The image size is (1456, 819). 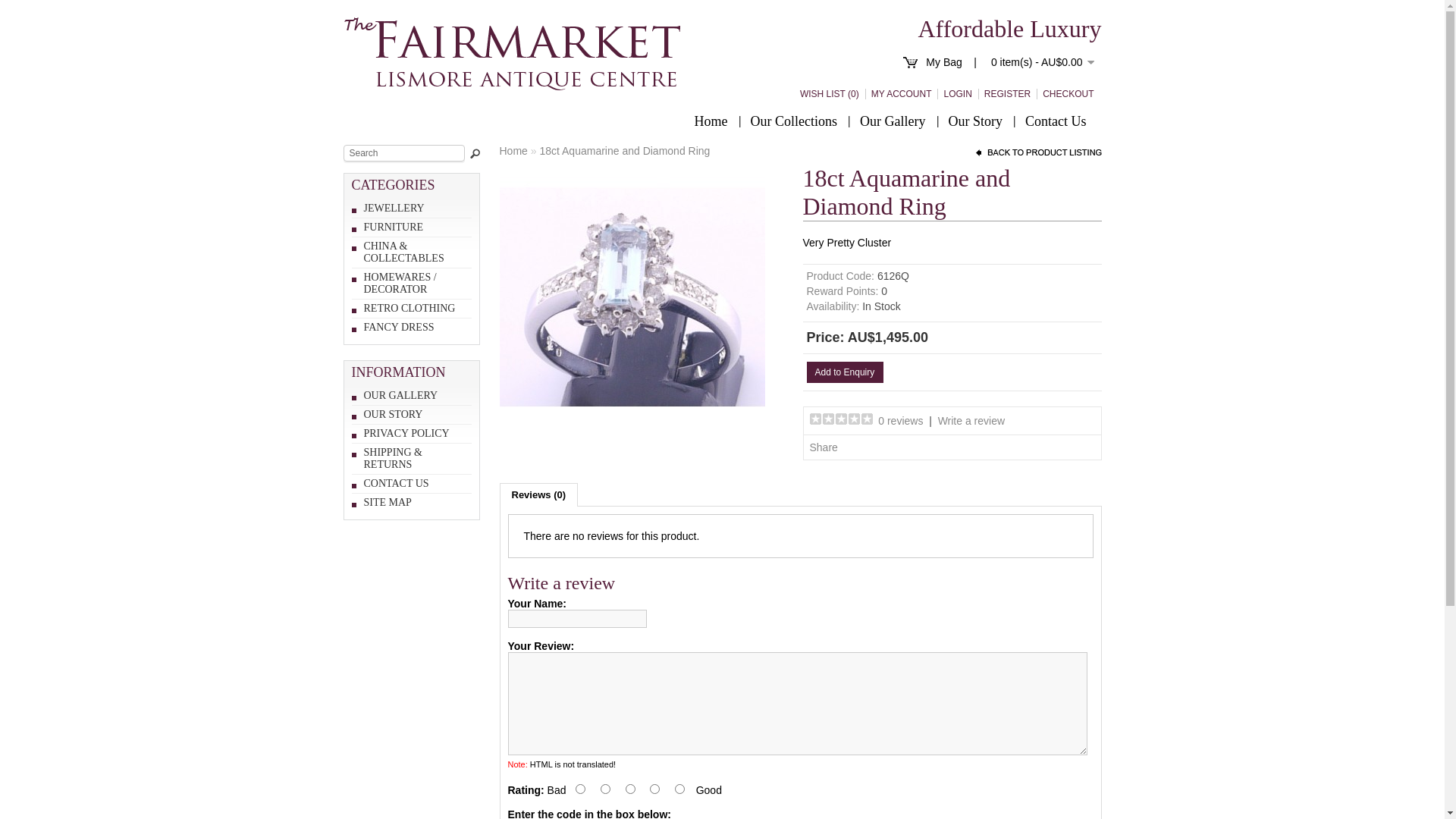 I want to click on 'PRIVACY POLICY', so click(x=406, y=433).